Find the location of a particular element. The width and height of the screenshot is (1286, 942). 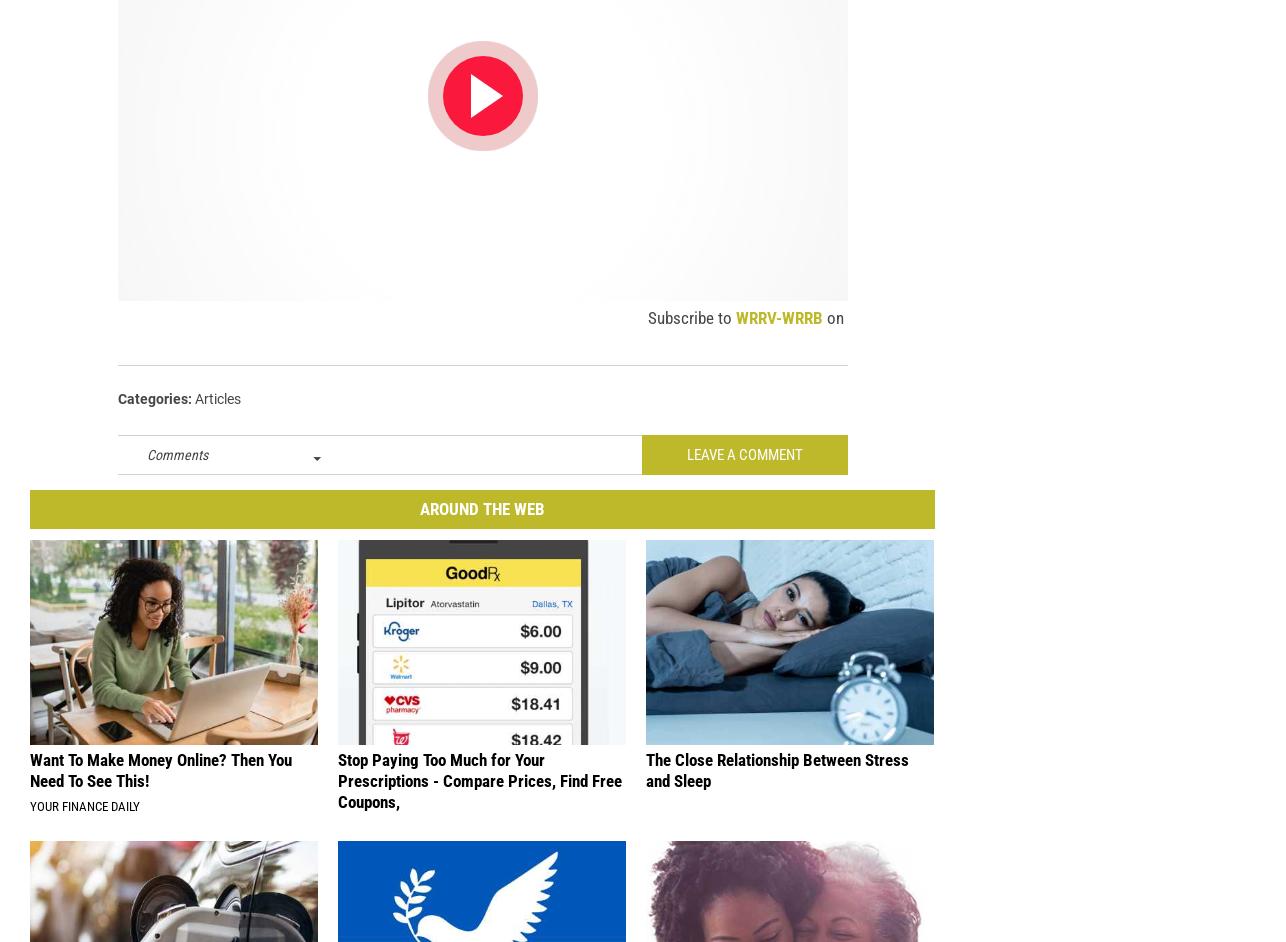

'Want To Make Money Online? Then You Need To See This!' is located at coordinates (161, 781).